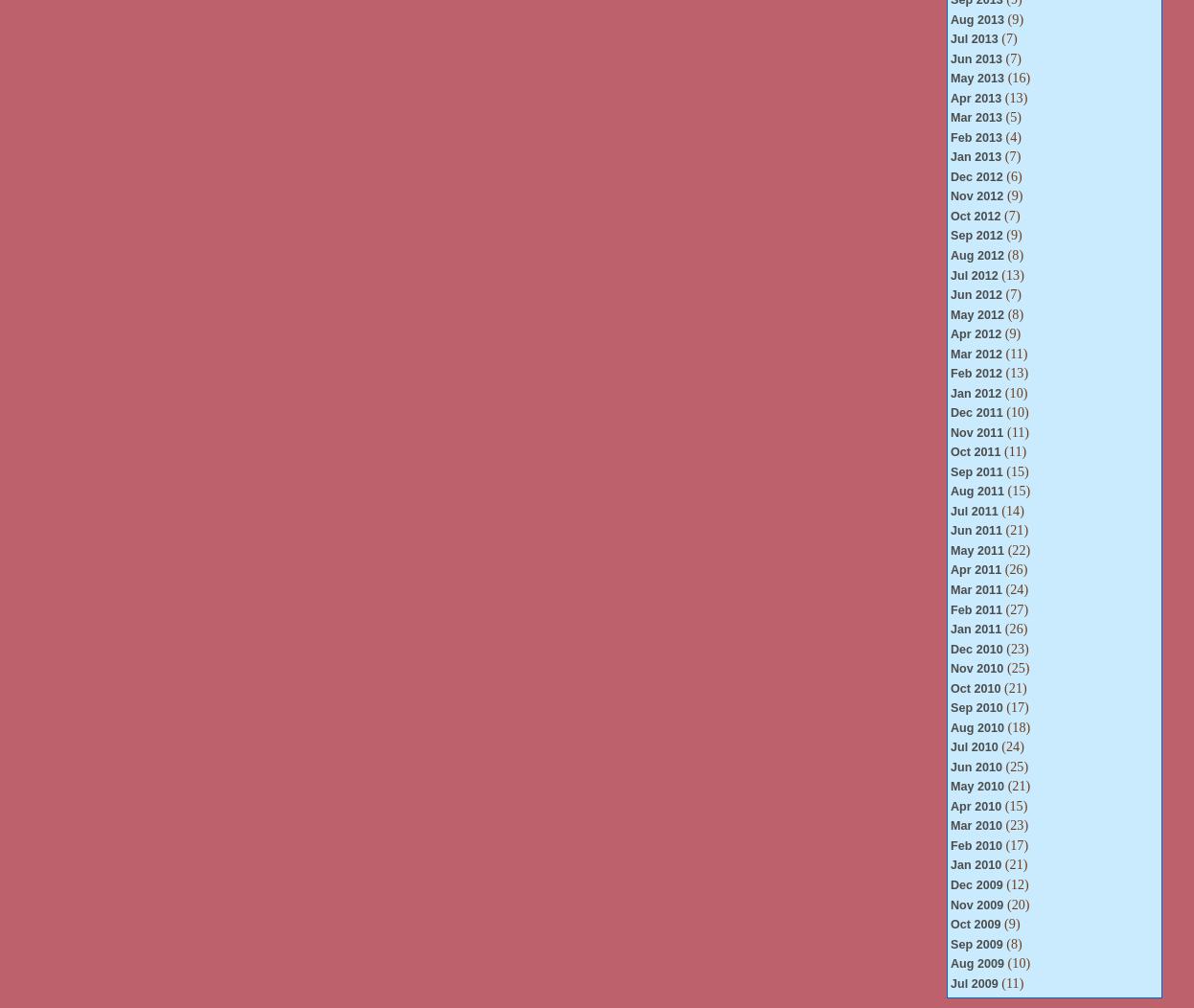  I want to click on 'Dec 2011', so click(975, 412).